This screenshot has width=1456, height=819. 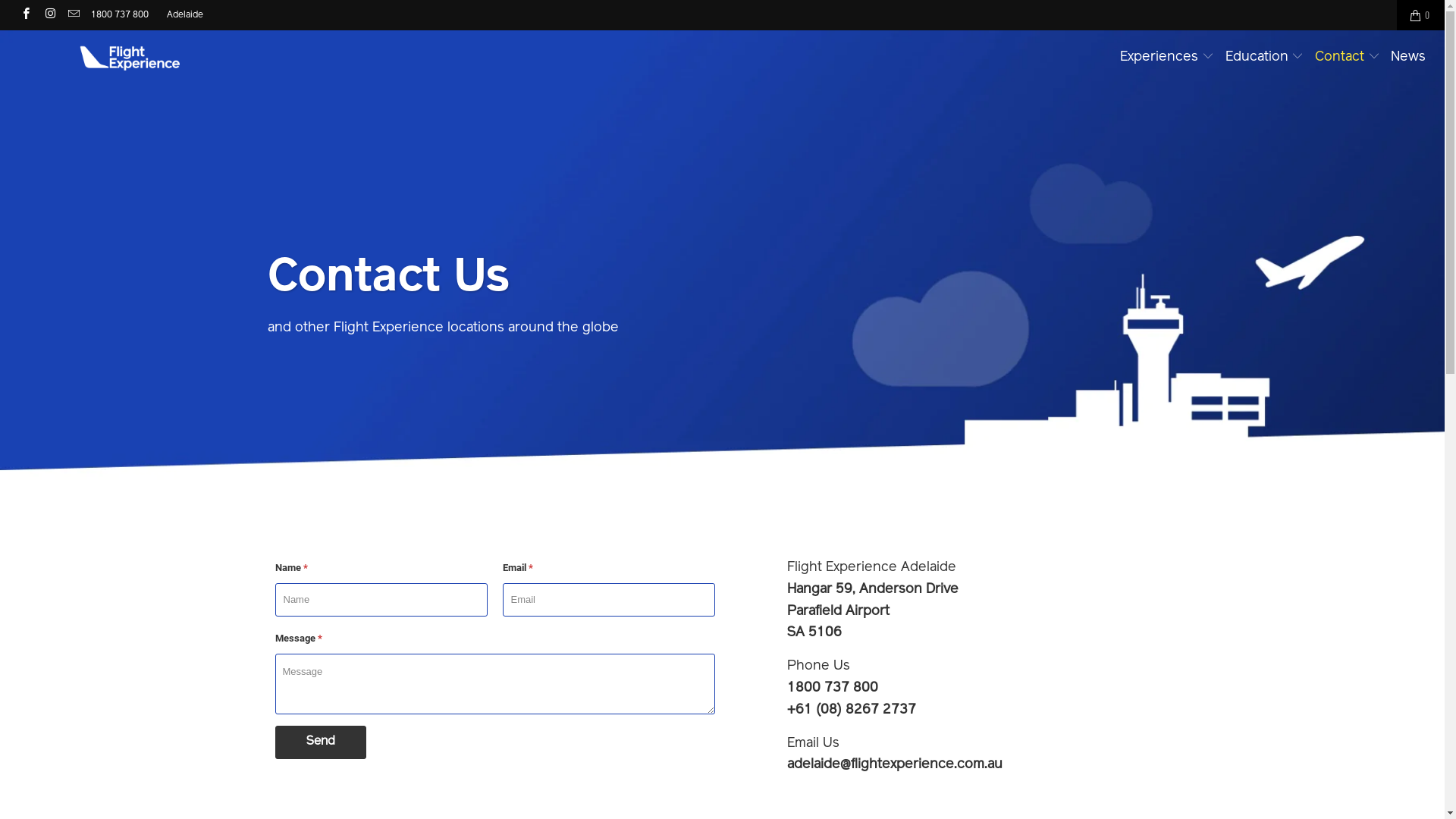 What do you see at coordinates (25, 14) in the screenshot?
I see `'Flight Experience Adelaide on Facebook'` at bounding box center [25, 14].